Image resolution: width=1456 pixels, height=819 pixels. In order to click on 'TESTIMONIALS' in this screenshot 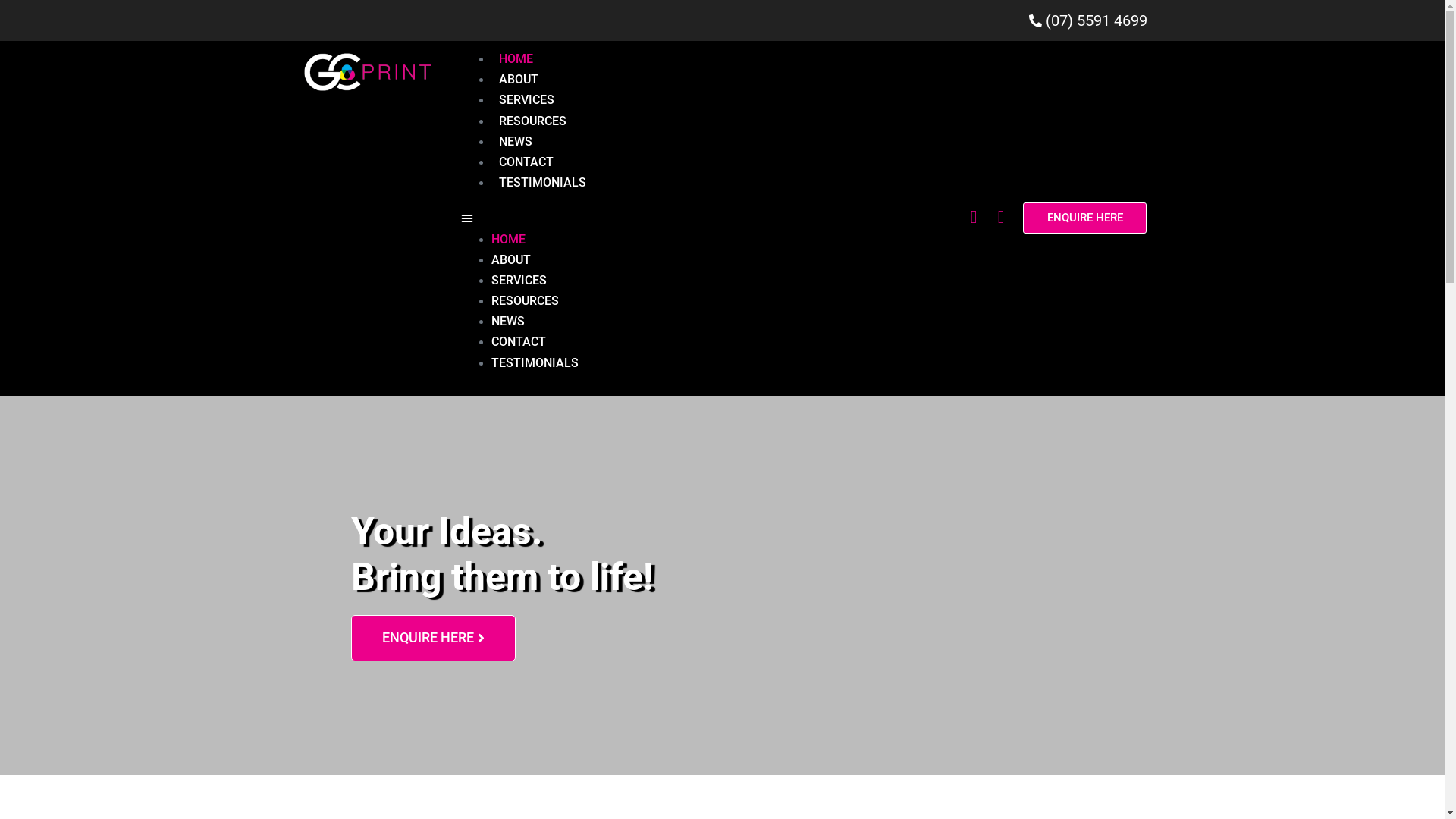, I will do `click(542, 181)`.